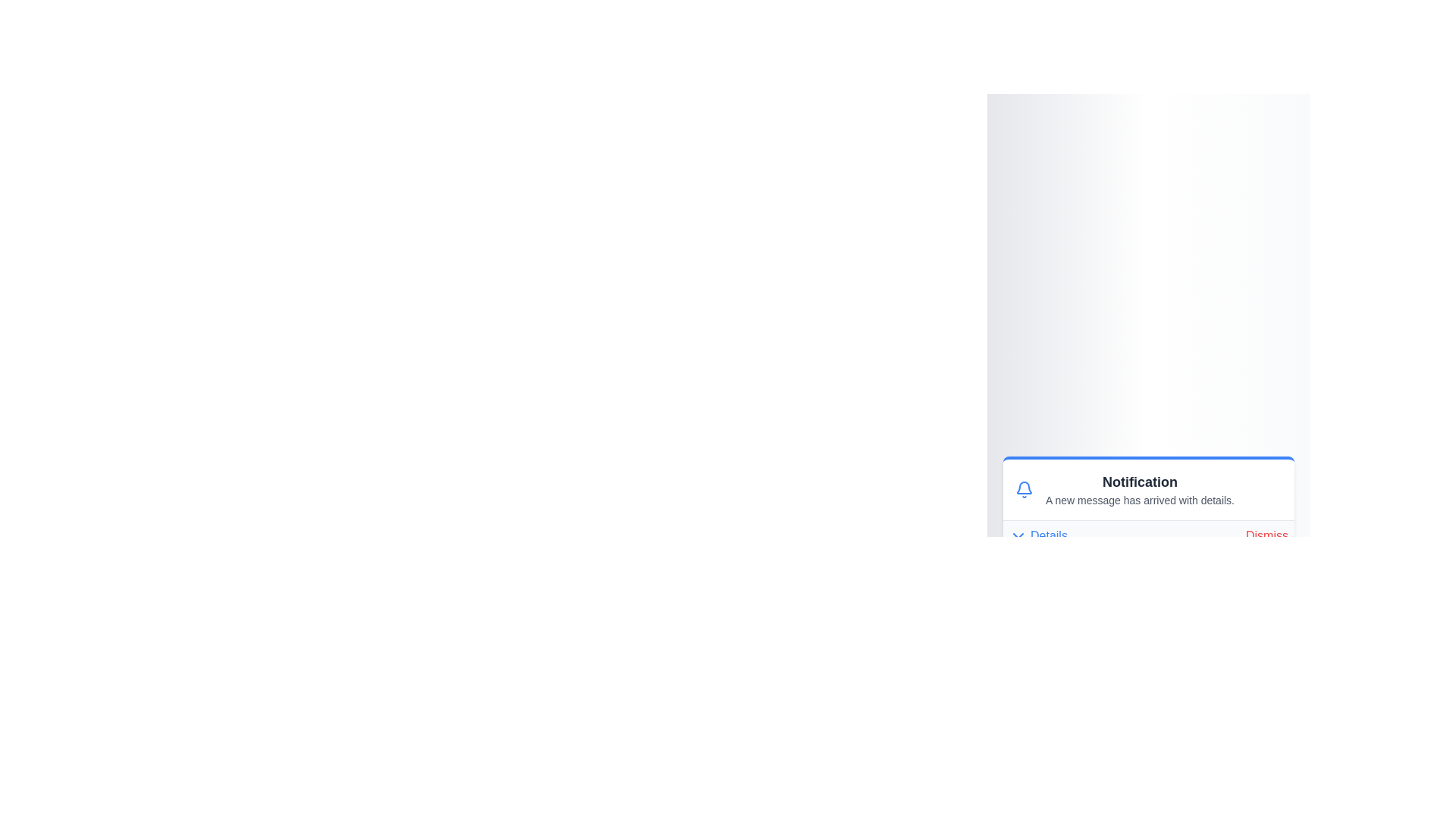 This screenshot has height=819, width=1456. What do you see at coordinates (1037, 534) in the screenshot?
I see `the 'Details' button to toggle the visibility of the details section` at bounding box center [1037, 534].